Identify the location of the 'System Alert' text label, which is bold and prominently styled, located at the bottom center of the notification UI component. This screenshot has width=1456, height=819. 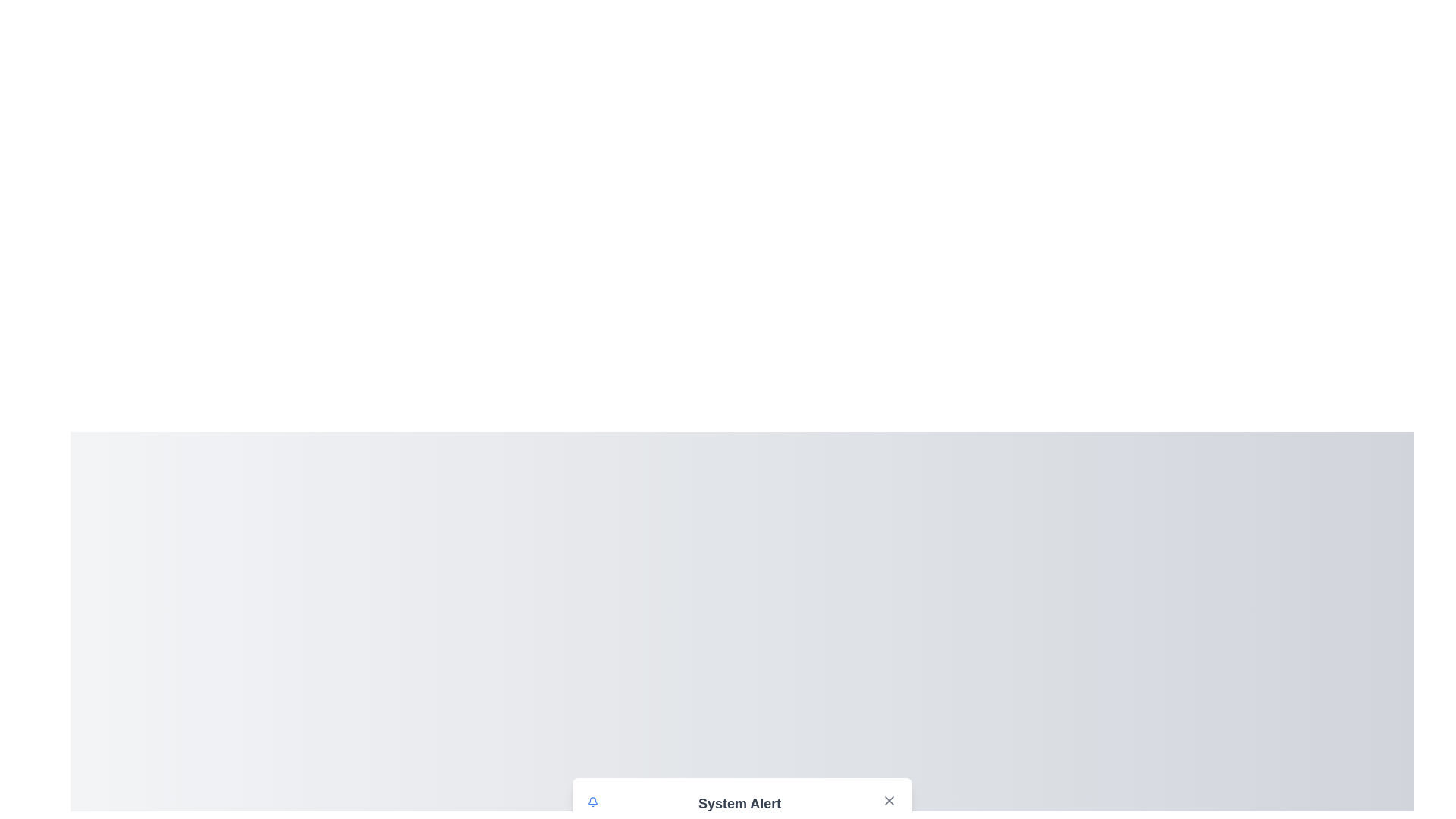
(739, 803).